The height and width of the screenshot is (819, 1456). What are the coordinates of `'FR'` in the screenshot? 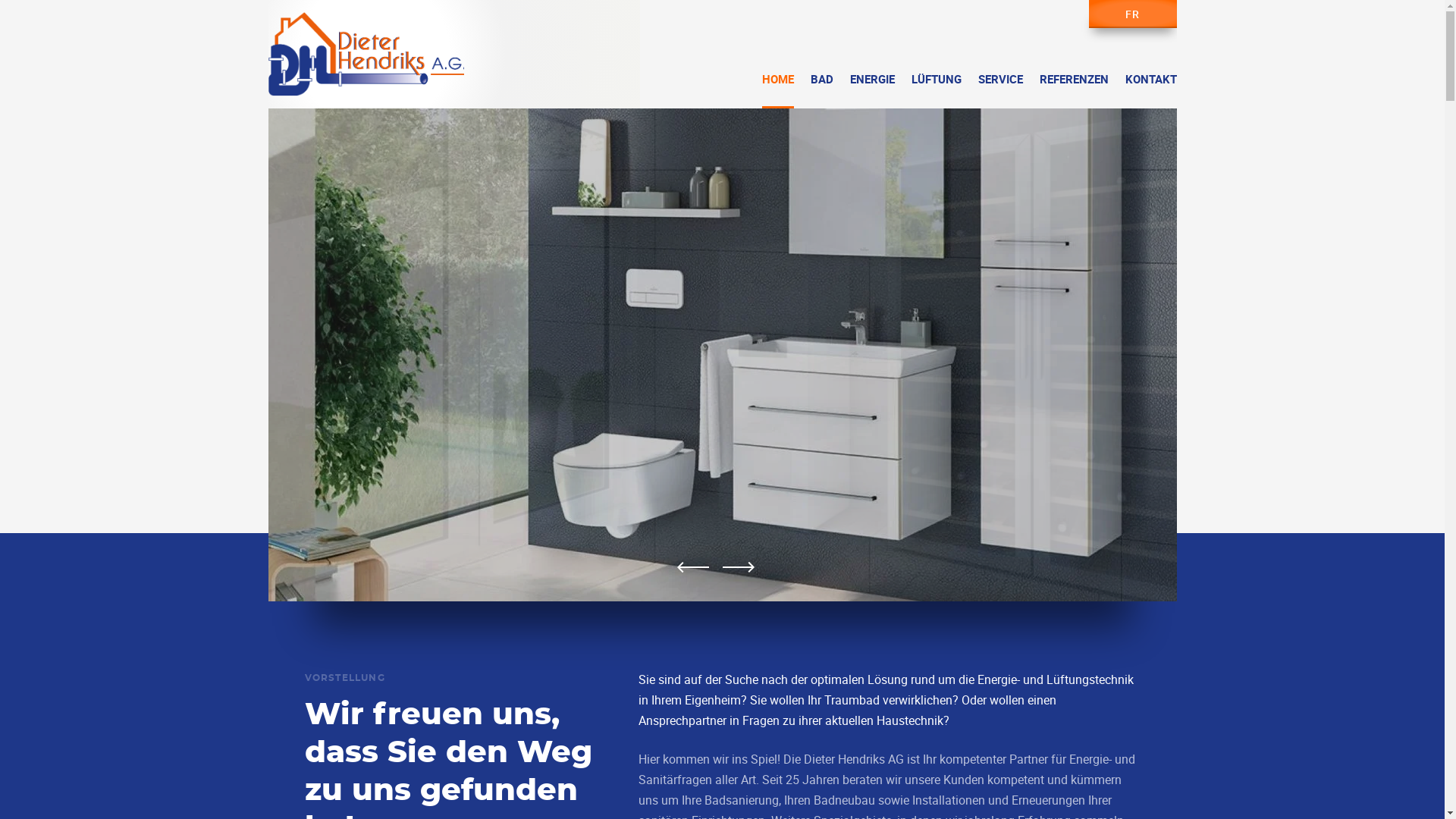 It's located at (1132, 14).